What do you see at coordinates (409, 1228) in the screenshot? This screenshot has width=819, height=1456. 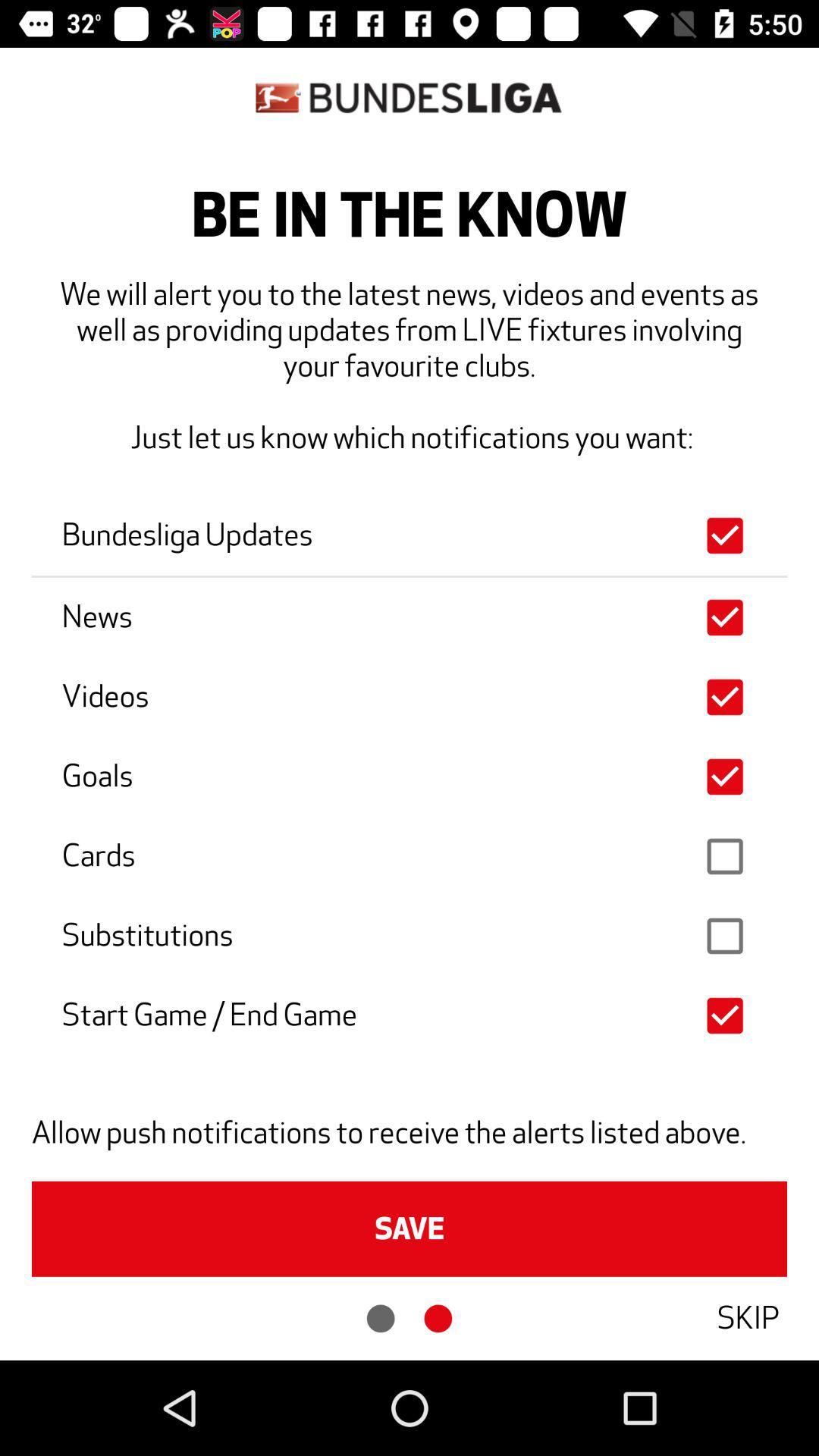 I see `item above the skip icon` at bounding box center [409, 1228].